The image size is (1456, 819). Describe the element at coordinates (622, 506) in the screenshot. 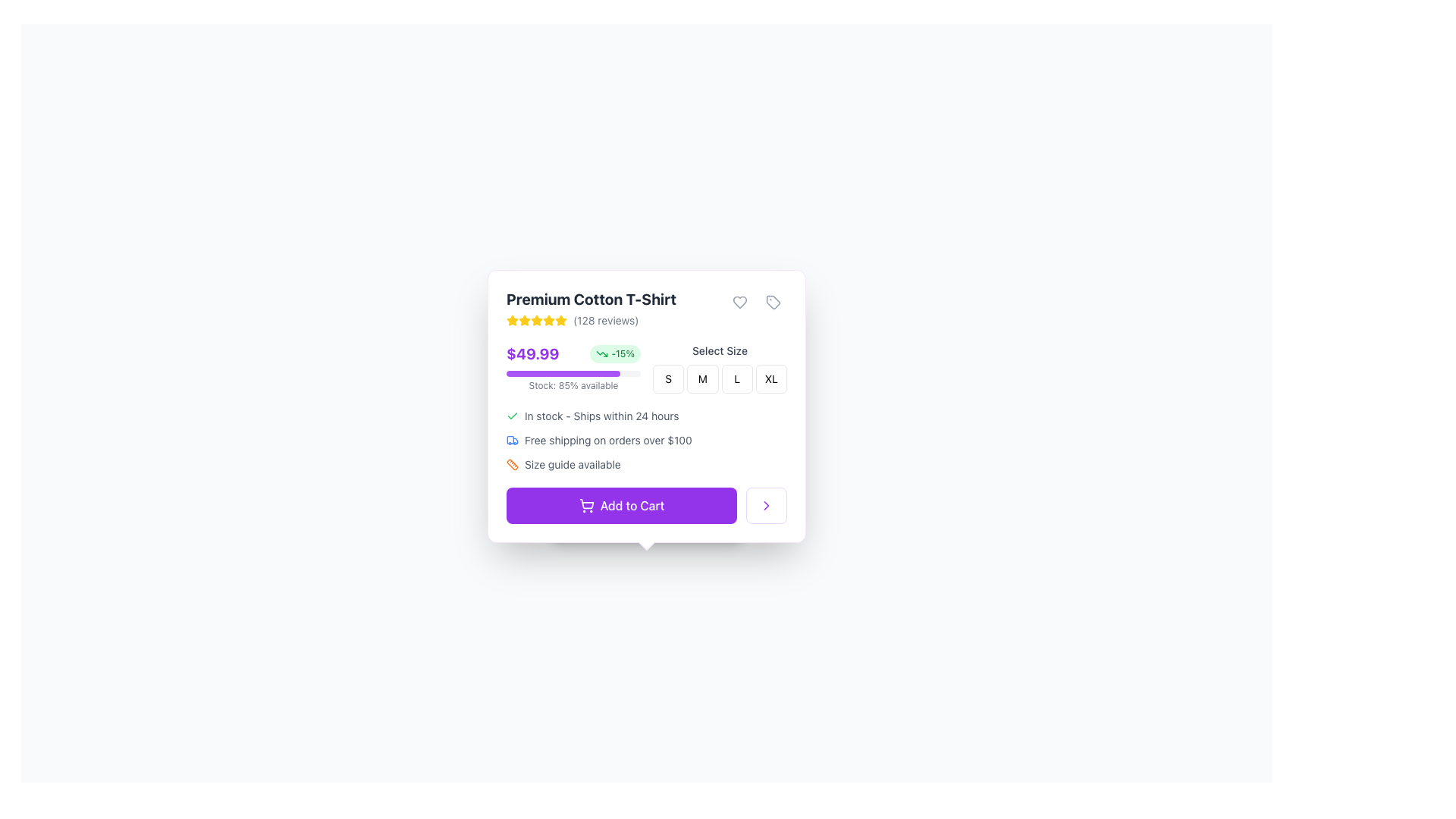

I see `the first button located in the bottom-left corner of the product details card` at that location.